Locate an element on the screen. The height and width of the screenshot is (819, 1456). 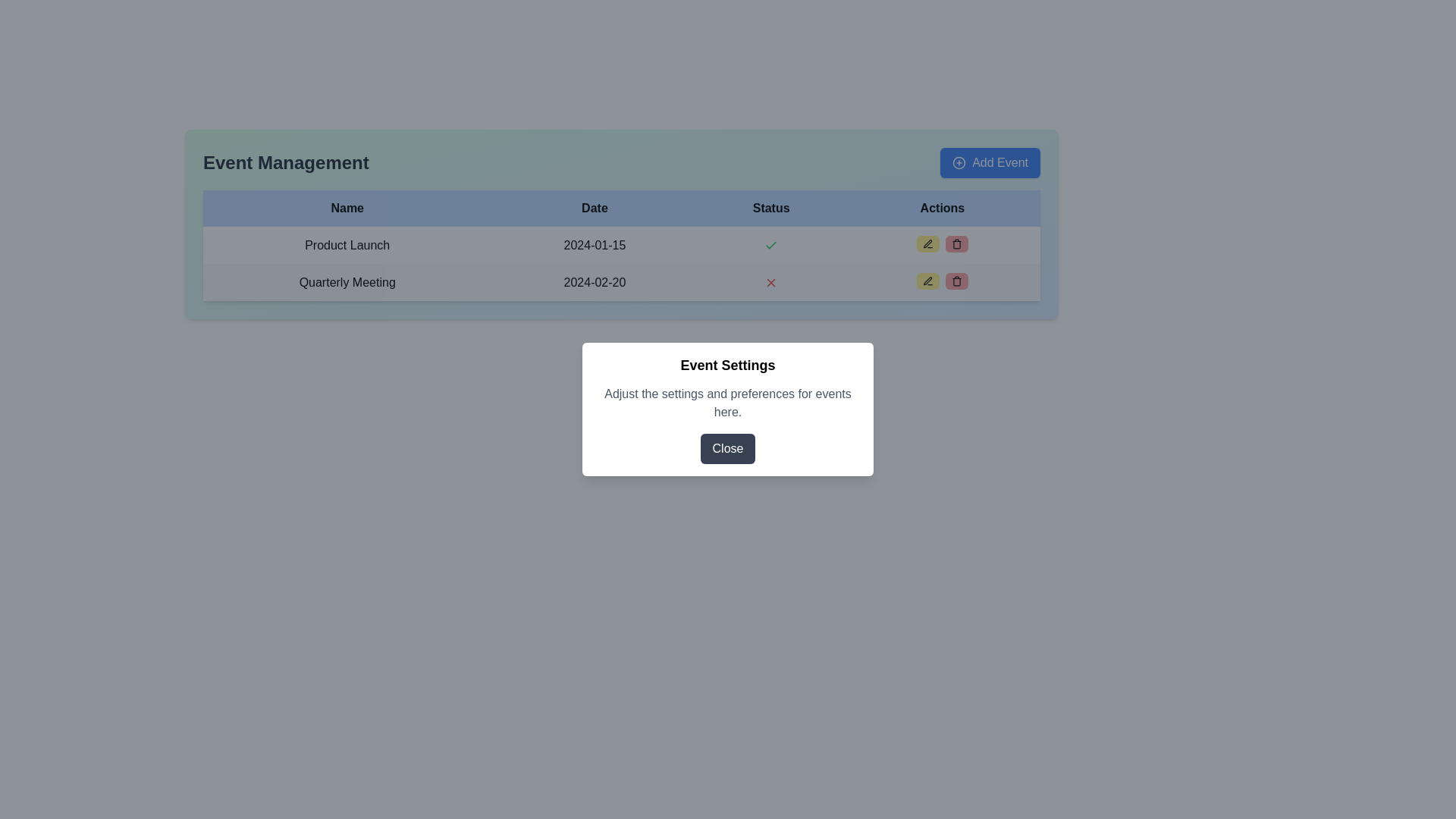
the red trash bin icon located in the last column of the second row of the table, which represents the bin's base and is aligned with a failed status (red X) is located at coordinates (956, 282).